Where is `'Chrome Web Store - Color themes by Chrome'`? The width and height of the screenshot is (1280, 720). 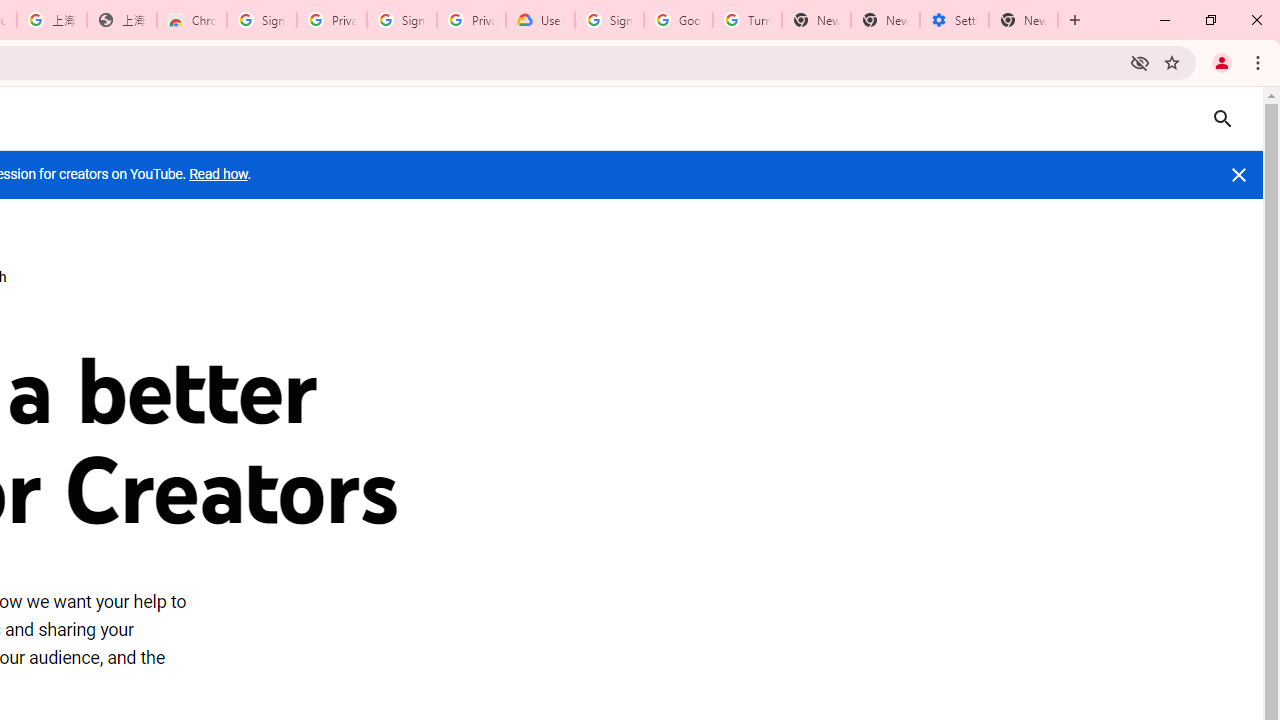
'Chrome Web Store - Color themes by Chrome' is located at coordinates (192, 20).